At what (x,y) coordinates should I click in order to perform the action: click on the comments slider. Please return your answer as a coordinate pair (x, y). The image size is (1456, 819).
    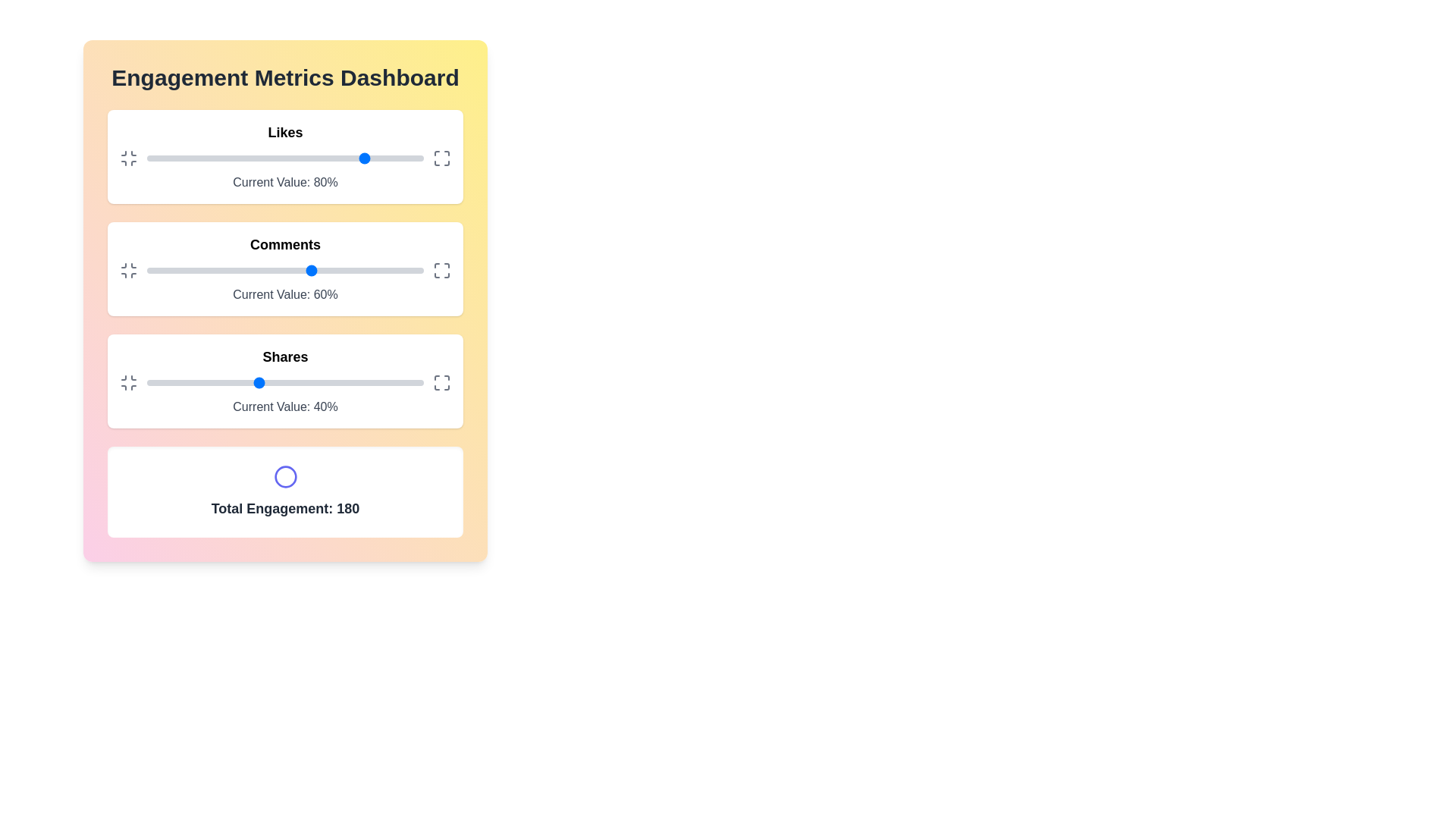
    Looking at the image, I should click on (234, 270).